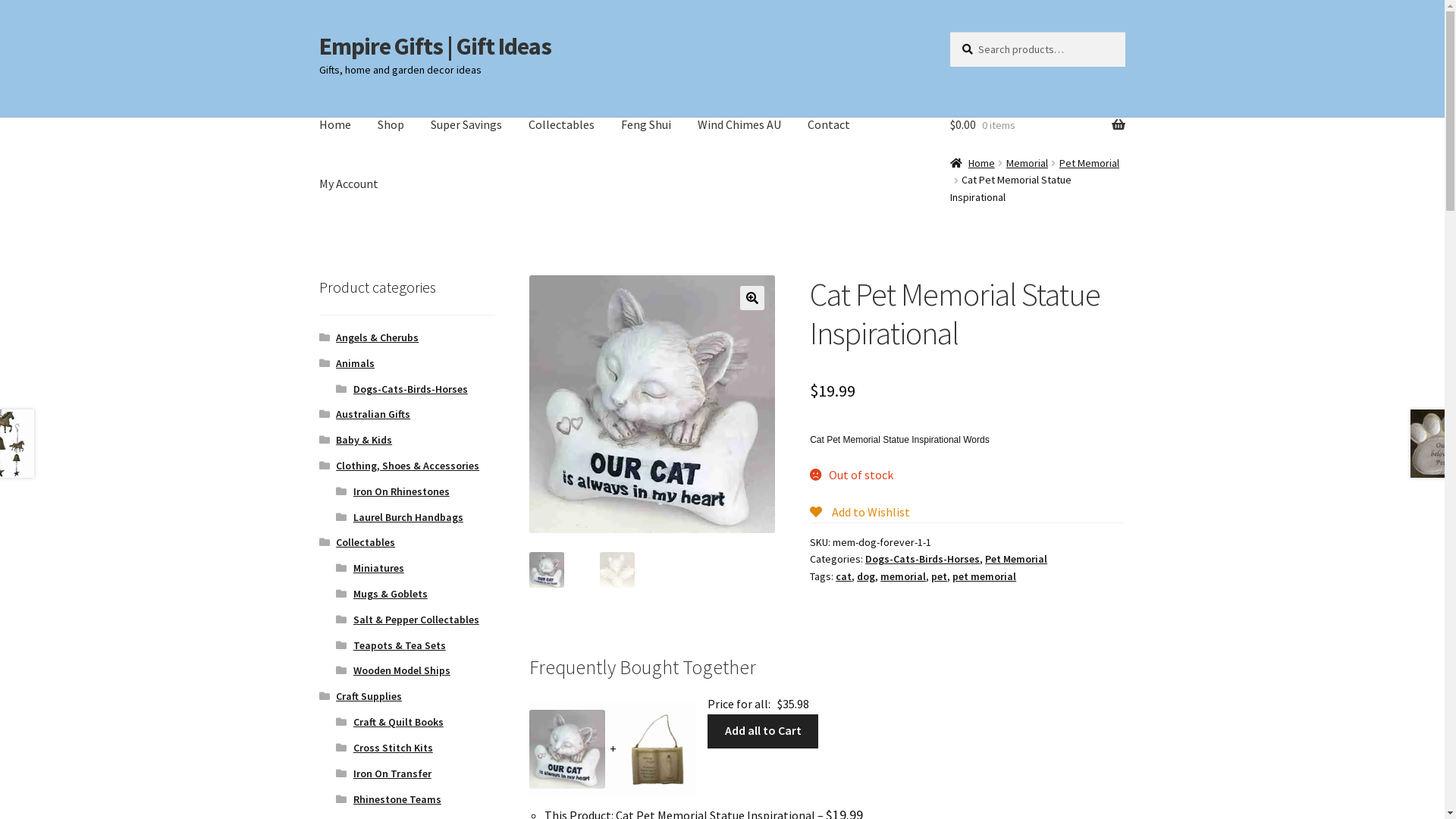  What do you see at coordinates (419, 124) in the screenshot?
I see `'Super Savings'` at bounding box center [419, 124].